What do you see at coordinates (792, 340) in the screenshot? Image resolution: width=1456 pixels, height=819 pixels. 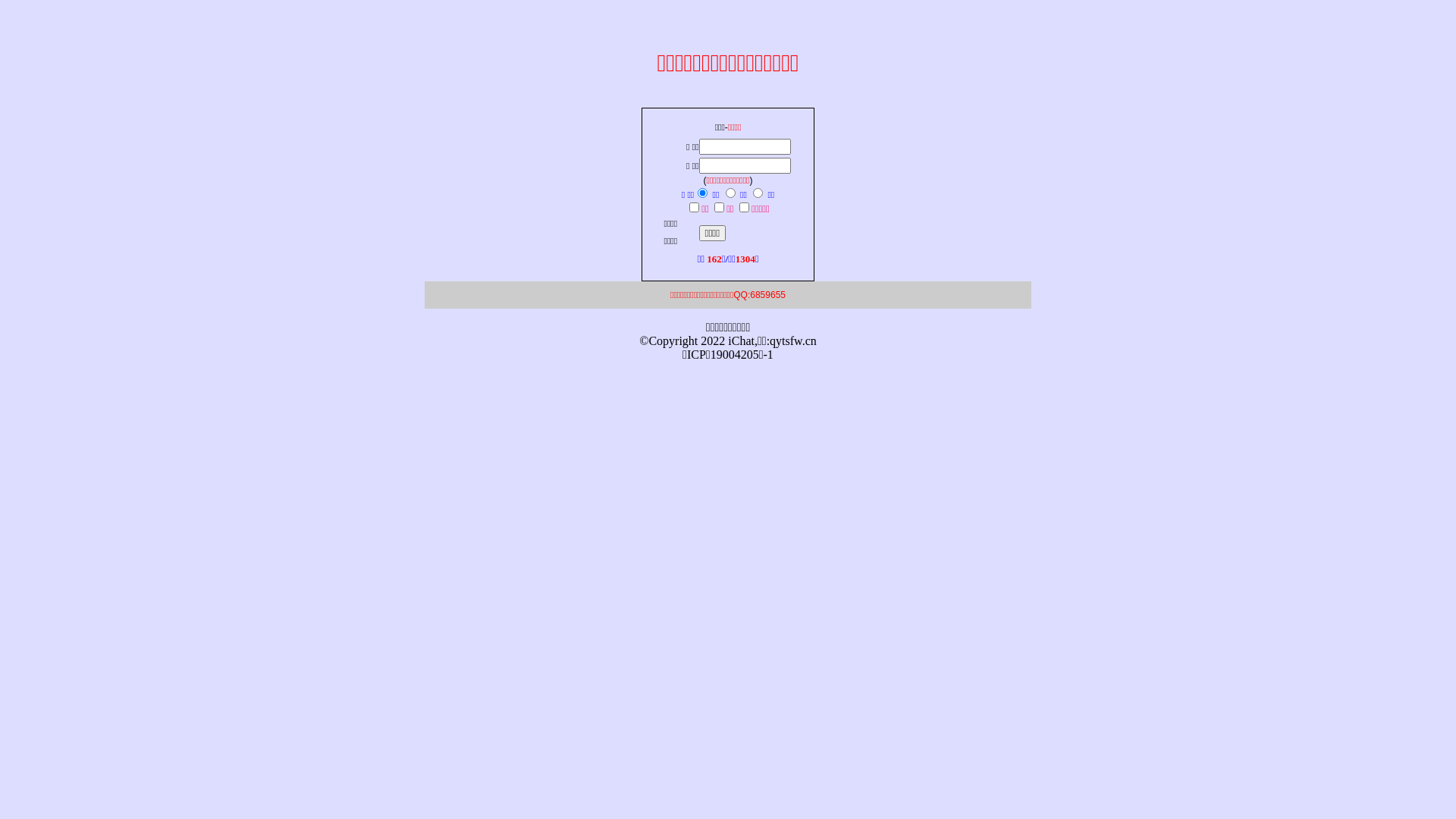 I see `'qytsfw.cn'` at bounding box center [792, 340].